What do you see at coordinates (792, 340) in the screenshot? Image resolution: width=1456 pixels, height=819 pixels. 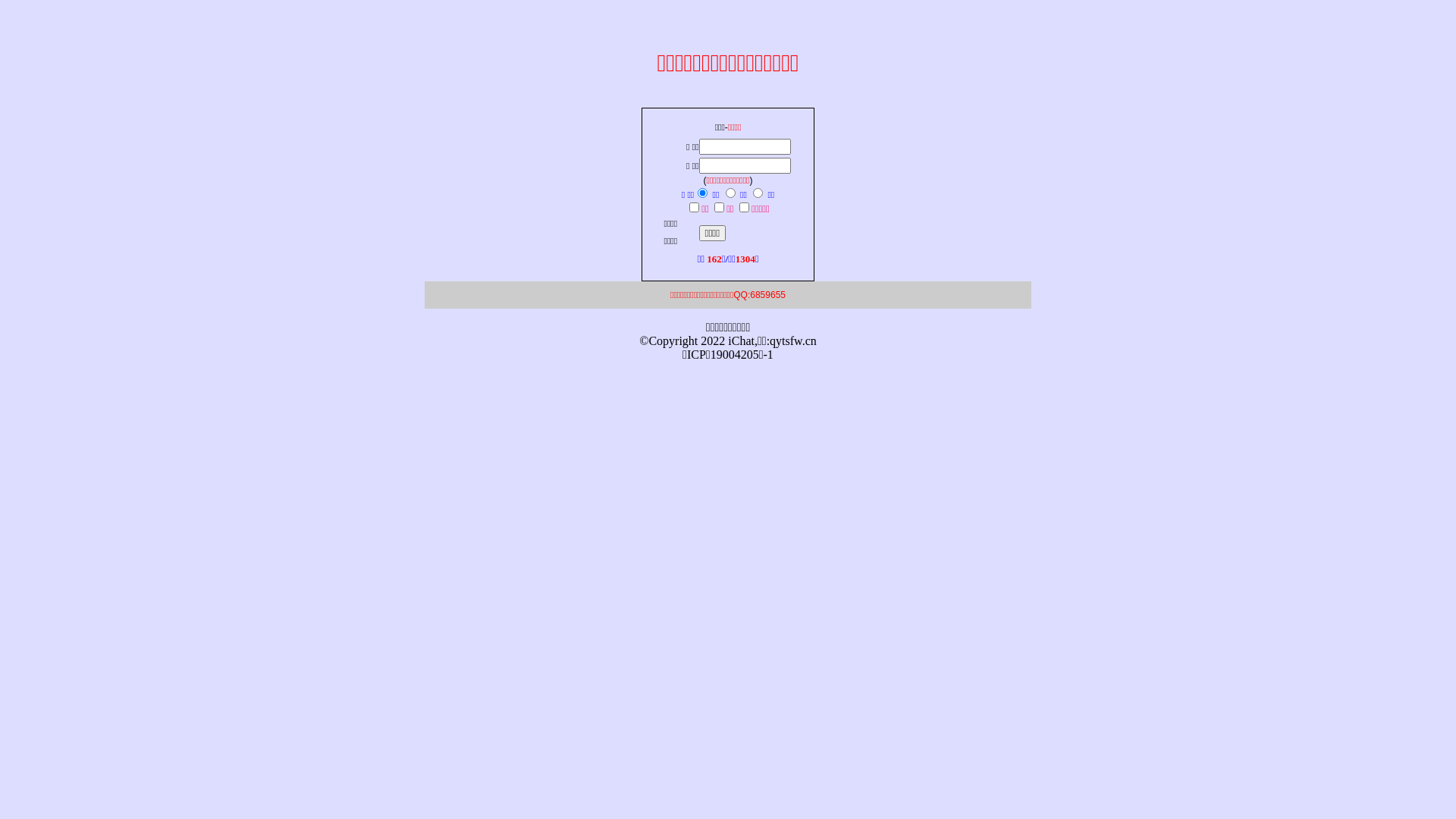 I see `'qytsfw.cn'` at bounding box center [792, 340].